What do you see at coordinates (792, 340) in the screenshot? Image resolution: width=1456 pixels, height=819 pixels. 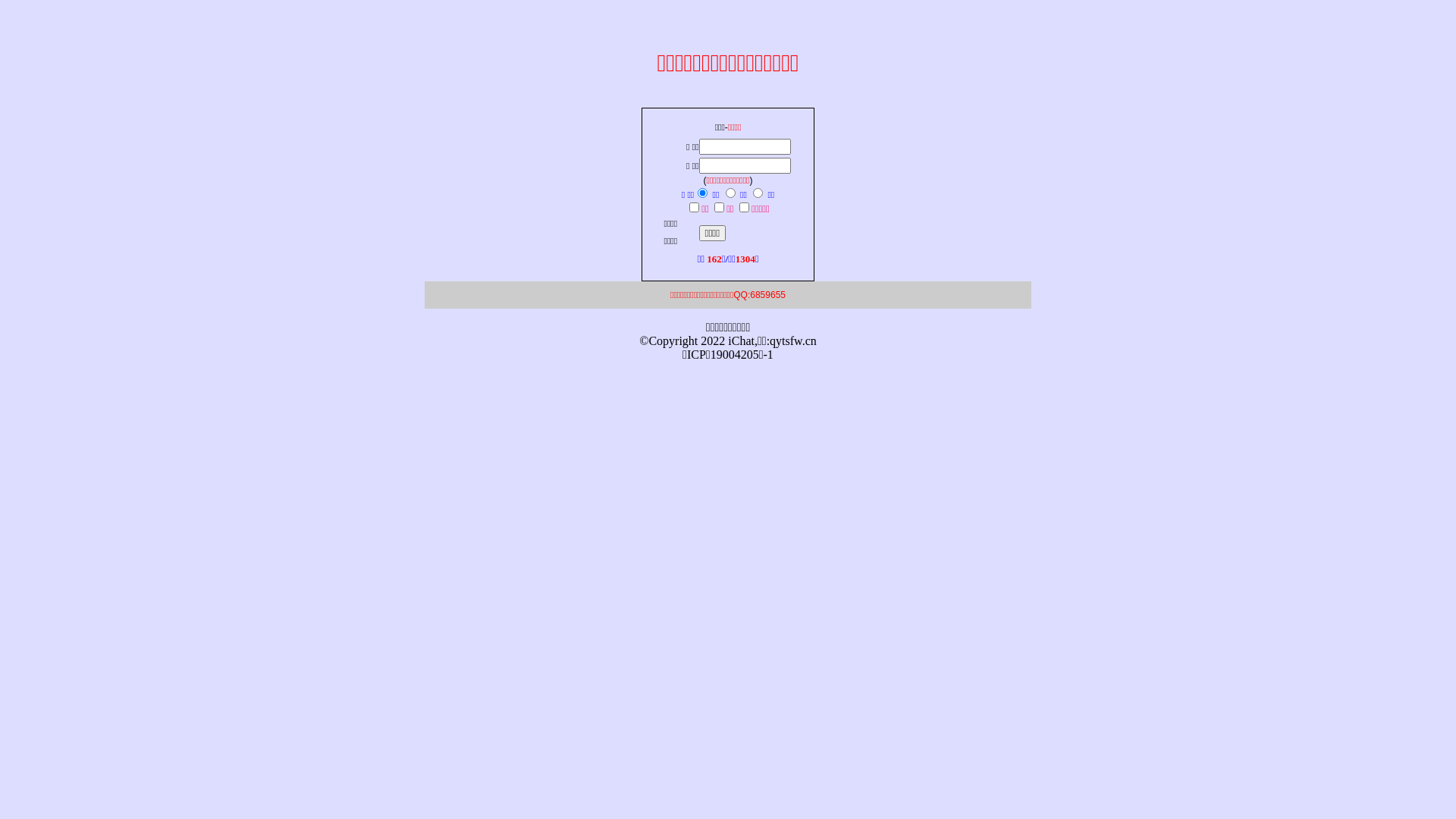 I see `'qytsfw.cn'` at bounding box center [792, 340].